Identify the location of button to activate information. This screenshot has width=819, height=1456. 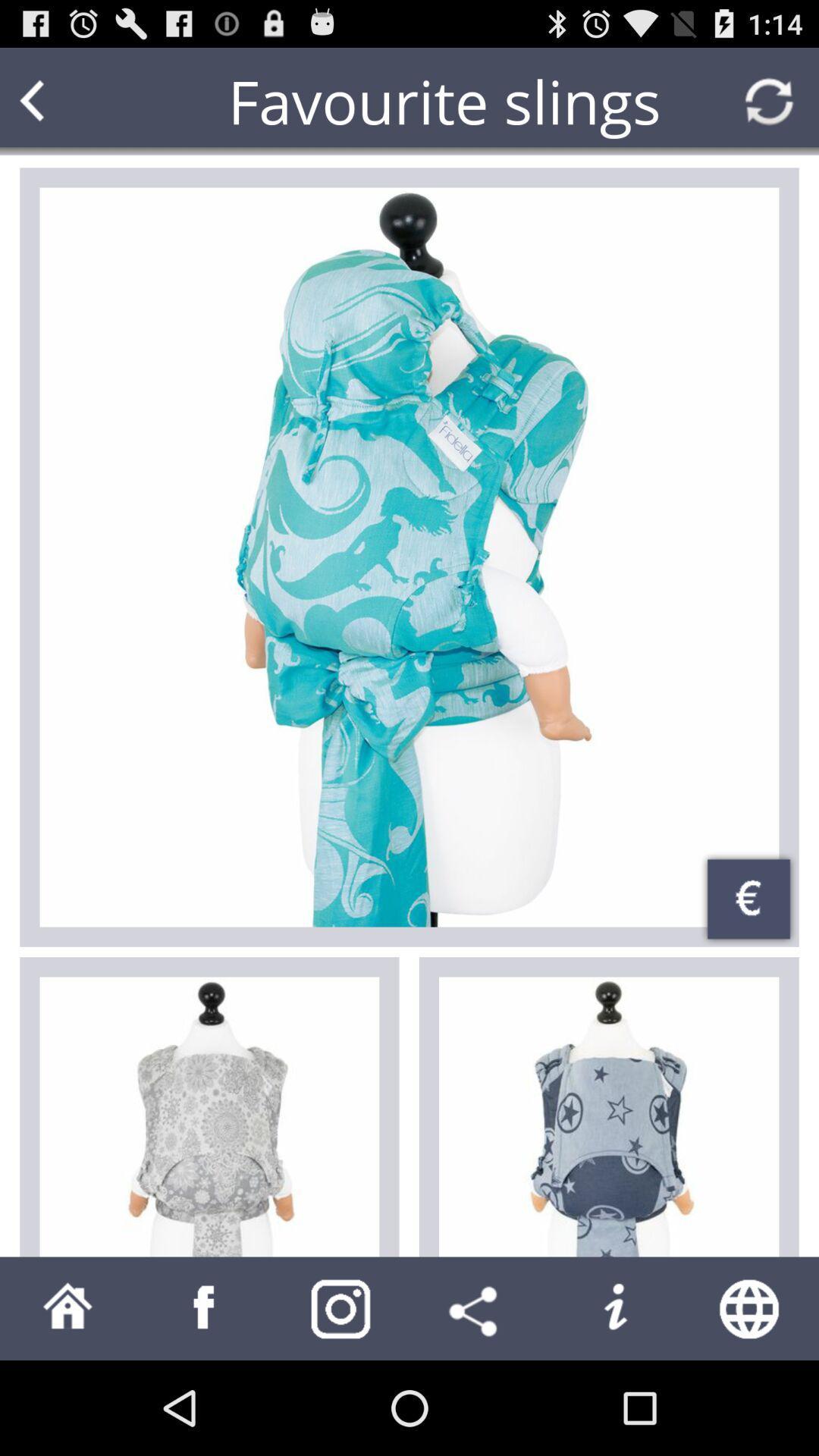
(614, 1307).